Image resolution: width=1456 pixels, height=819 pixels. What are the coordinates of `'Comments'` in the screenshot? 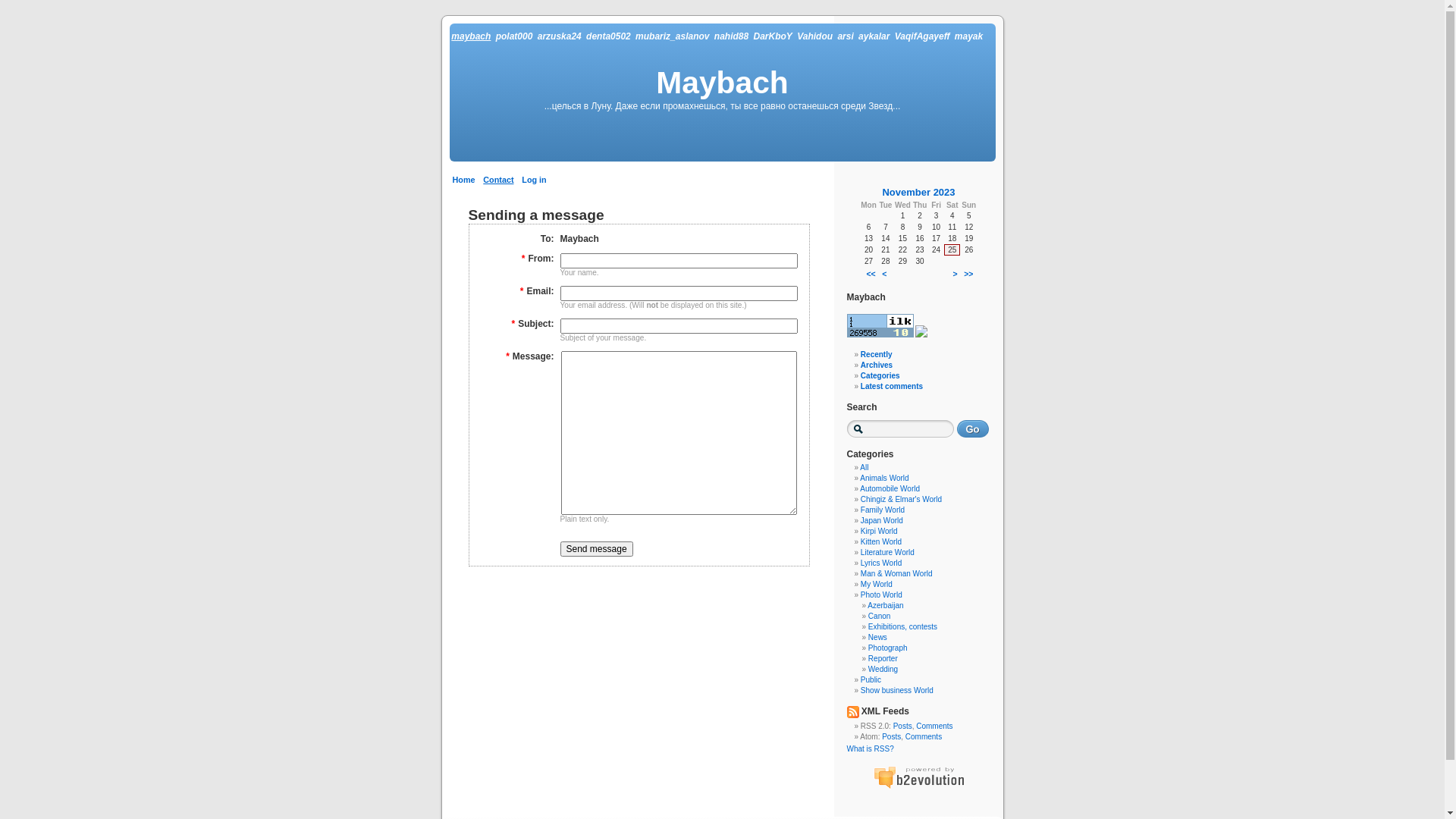 It's located at (934, 725).